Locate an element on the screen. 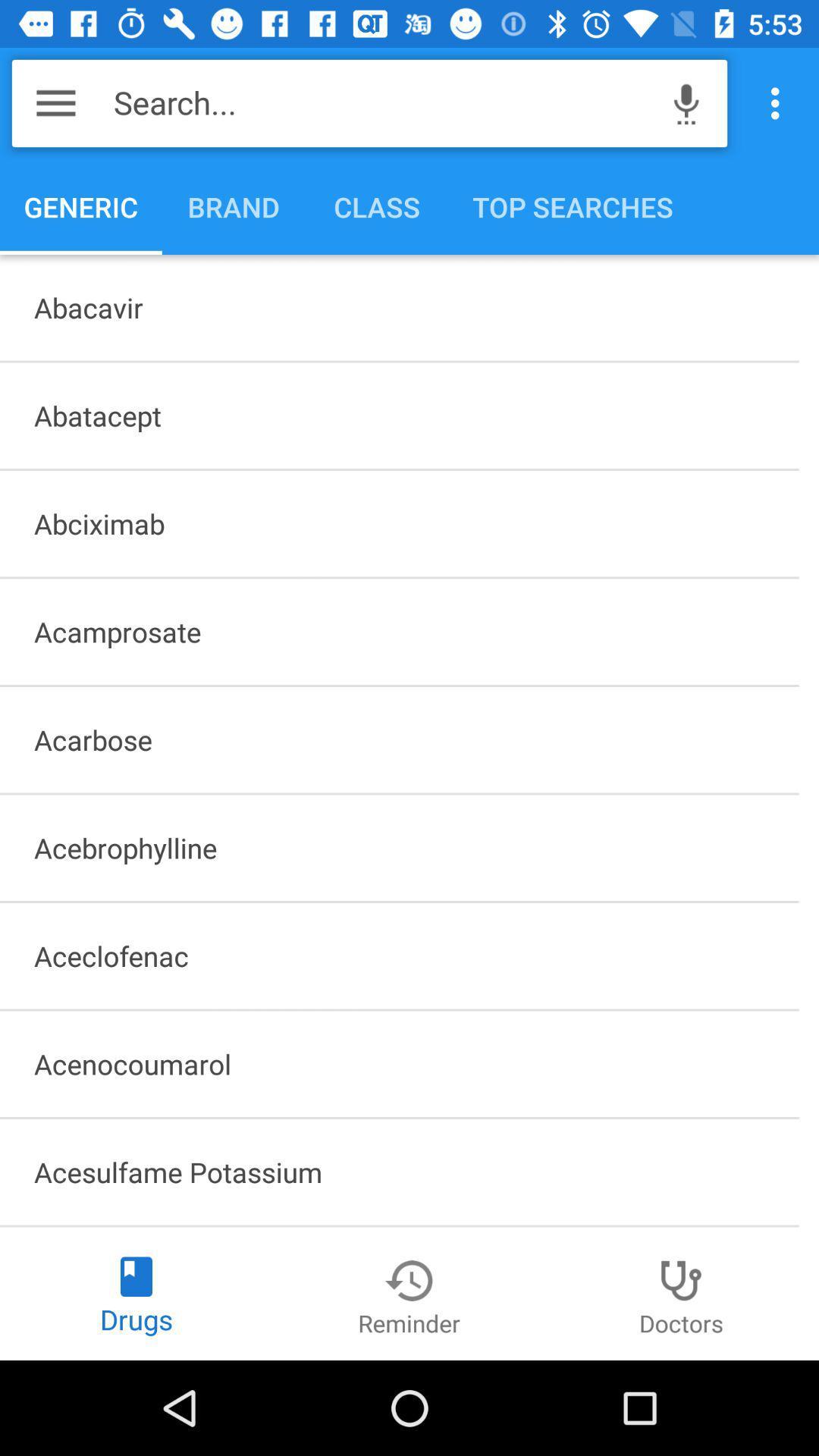 This screenshot has width=819, height=1456. item below the aceclofenac is located at coordinates (398, 1063).